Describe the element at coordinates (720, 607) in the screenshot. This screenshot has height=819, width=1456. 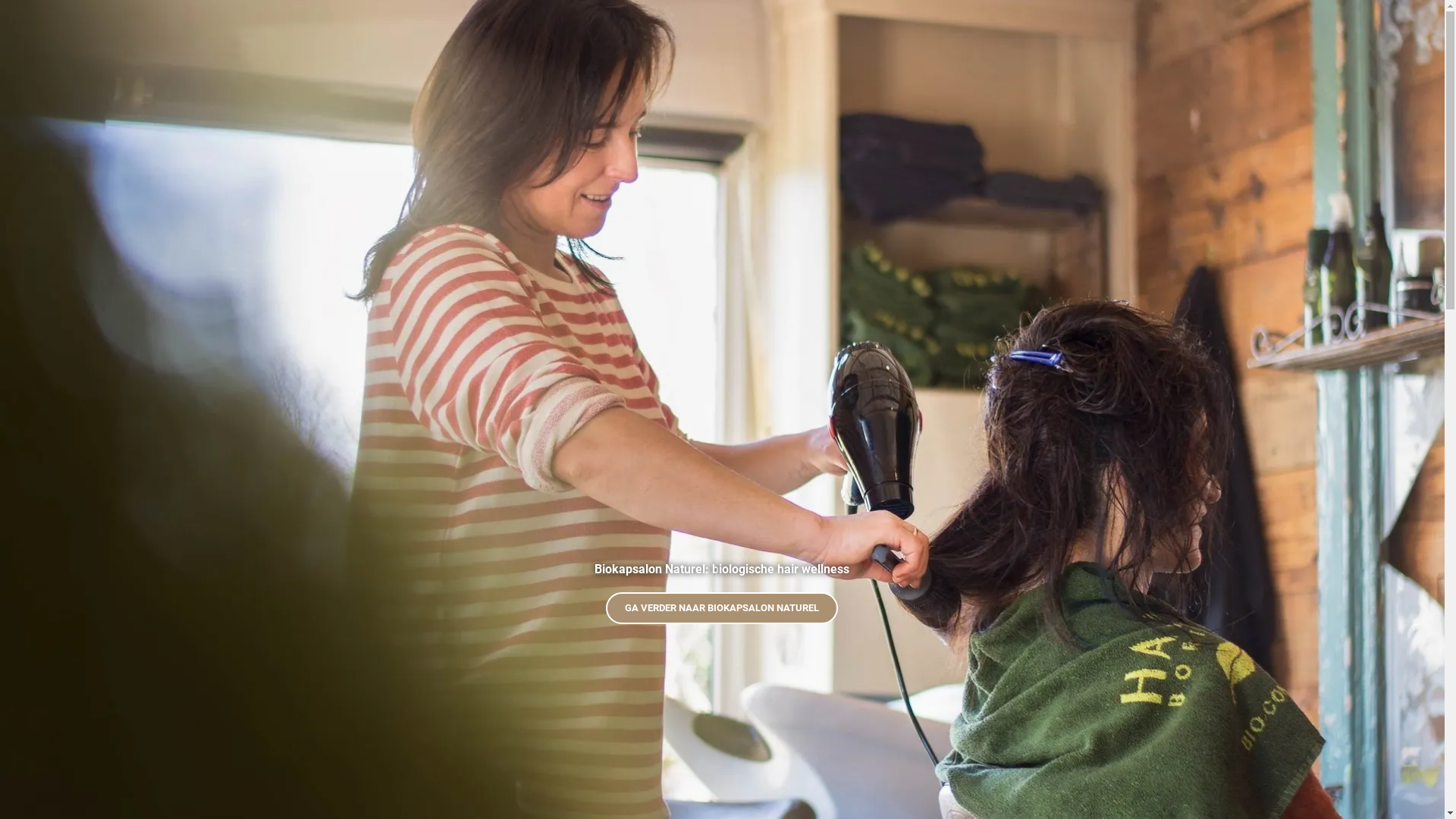
I see `'GA VERDER NAAR BIOKAPSALON NATUREL'` at that location.